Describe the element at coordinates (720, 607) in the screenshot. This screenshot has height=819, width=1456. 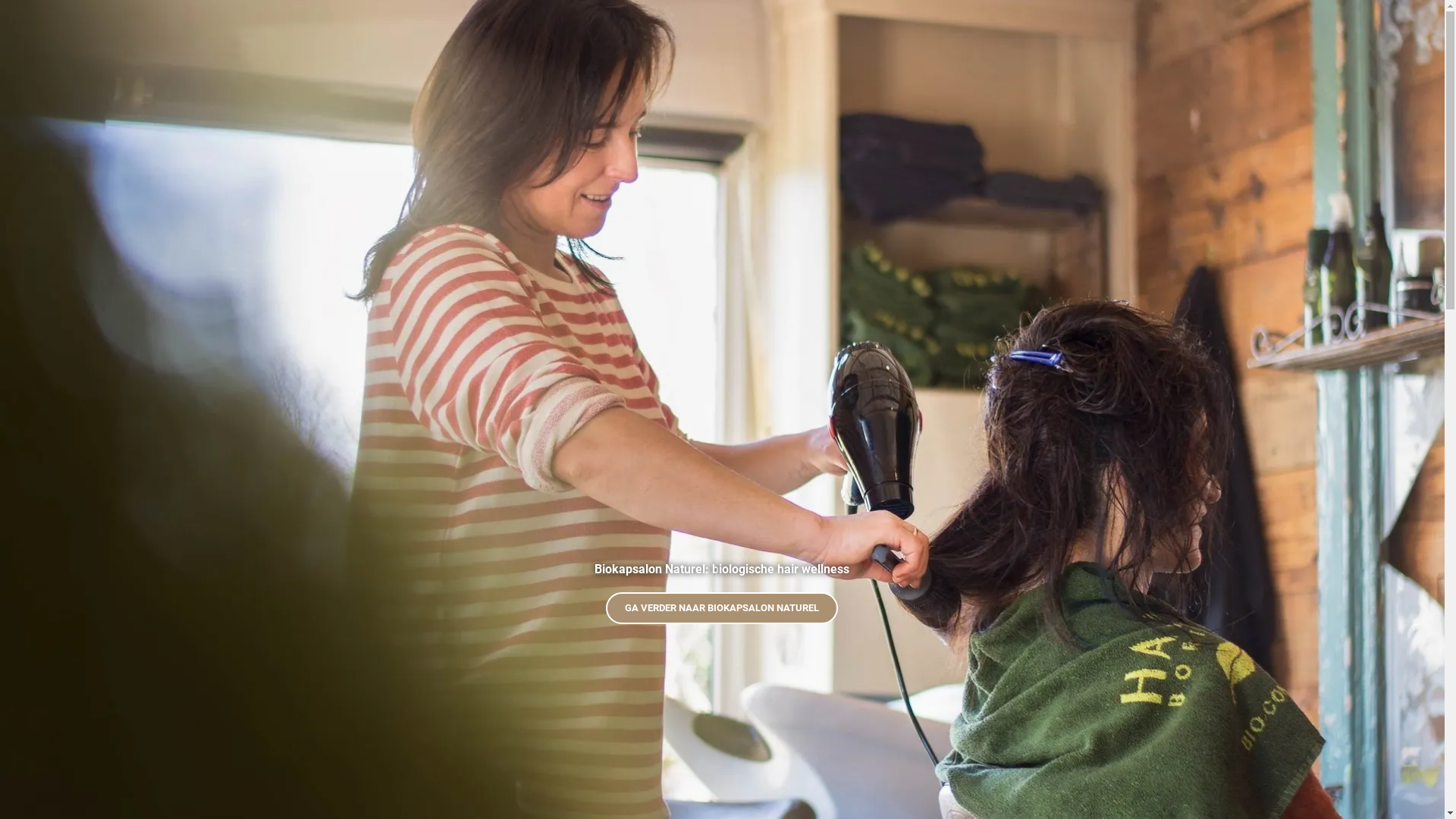
I see `'GA VERDER NAAR BIOKAPSALON NATUREL'` at that location.